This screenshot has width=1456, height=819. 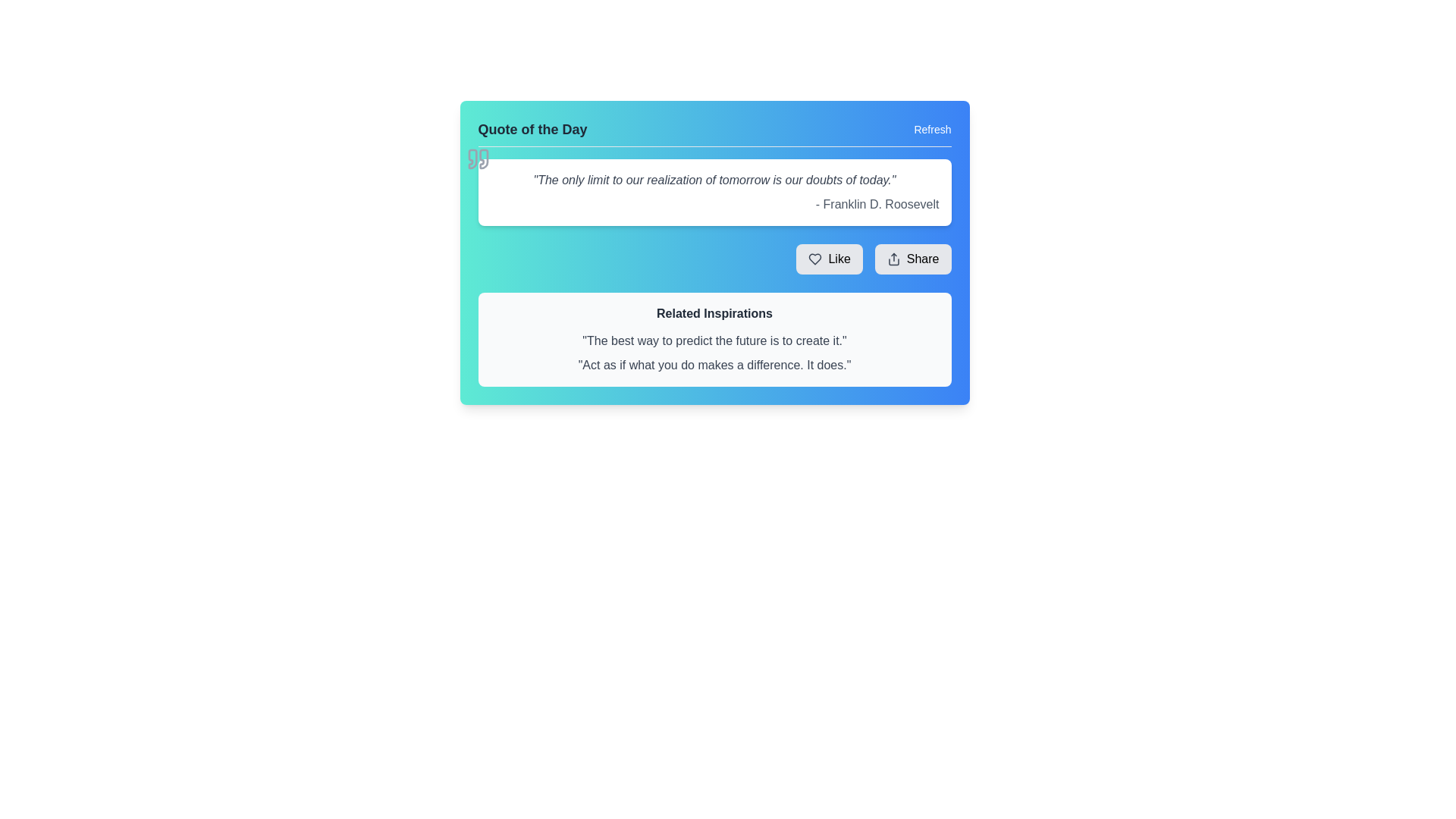 I want to click on the 'Like' button, which is a rectangular button with rounded corners, gray background, and a heart-shaped icon, located at the bottom right of the card, so click(x=829, y=259).